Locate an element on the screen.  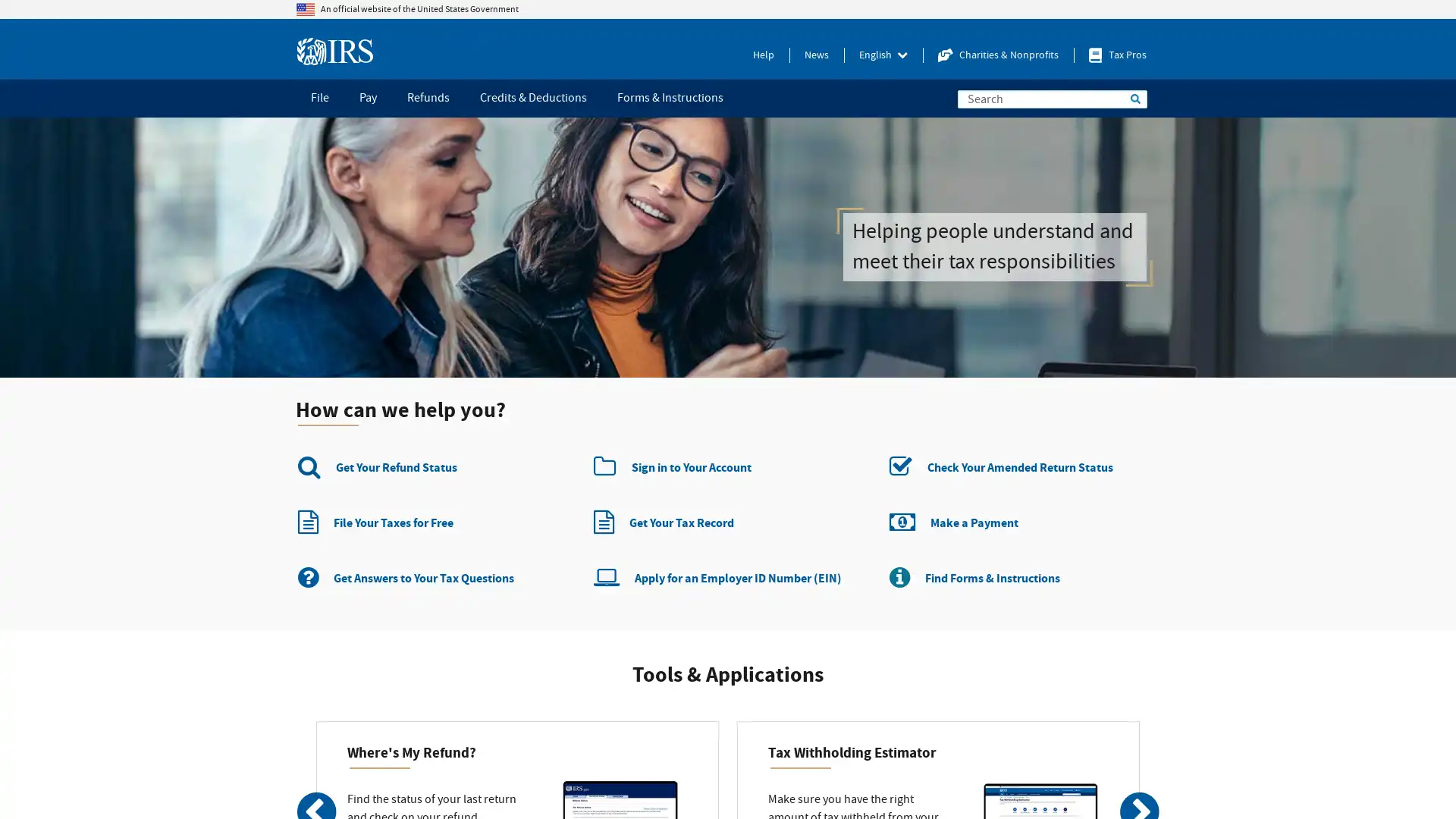
Search is located at coordinates (1135, 99).